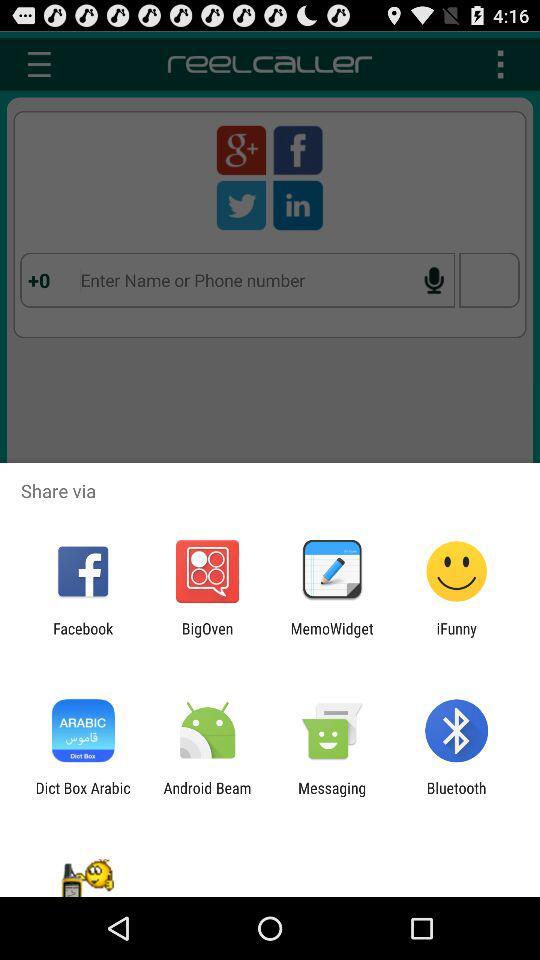 The width and height of the screenshot is (540, 960). Describe the element at coordinates (206, 796) in the screenshot. I see `the item next to the dict box arabic app` at that location.